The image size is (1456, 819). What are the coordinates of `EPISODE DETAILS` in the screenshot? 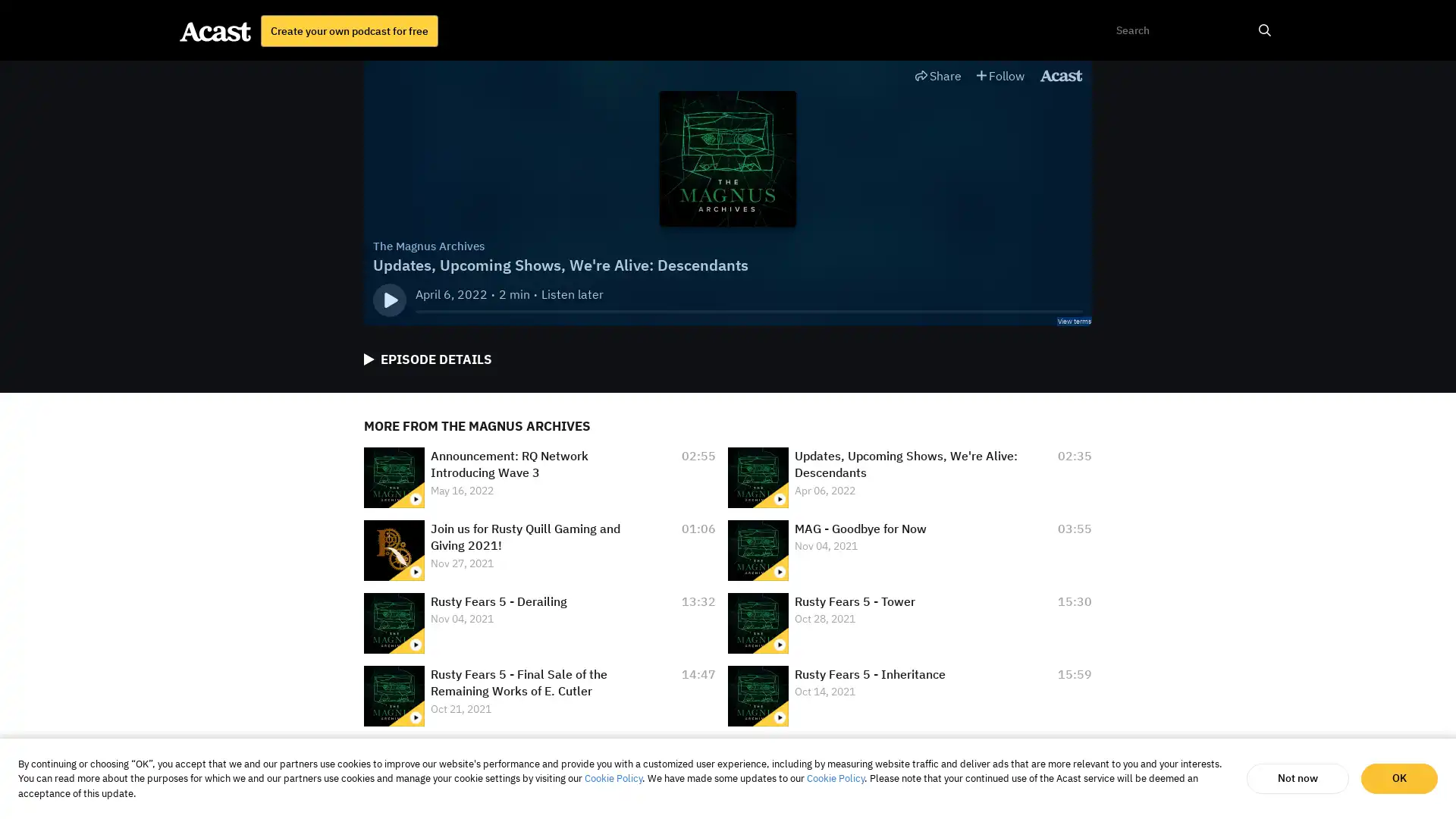 It's located at (427, 359).